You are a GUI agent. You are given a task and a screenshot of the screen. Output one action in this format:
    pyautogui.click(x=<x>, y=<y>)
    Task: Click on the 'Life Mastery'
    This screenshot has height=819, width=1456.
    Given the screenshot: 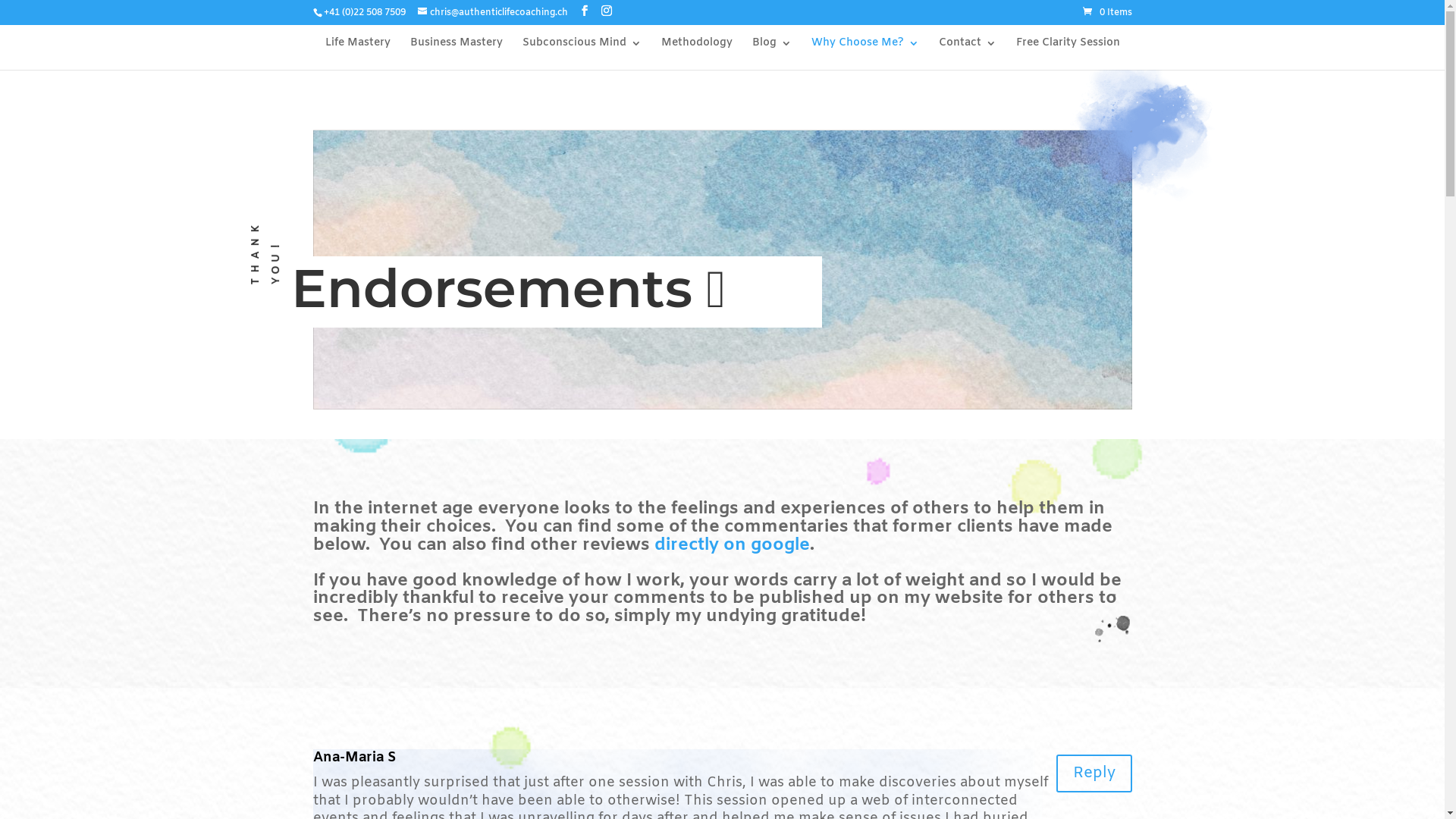 What is the action you would take?
    pyautogui.click(x=356, y=52)
    